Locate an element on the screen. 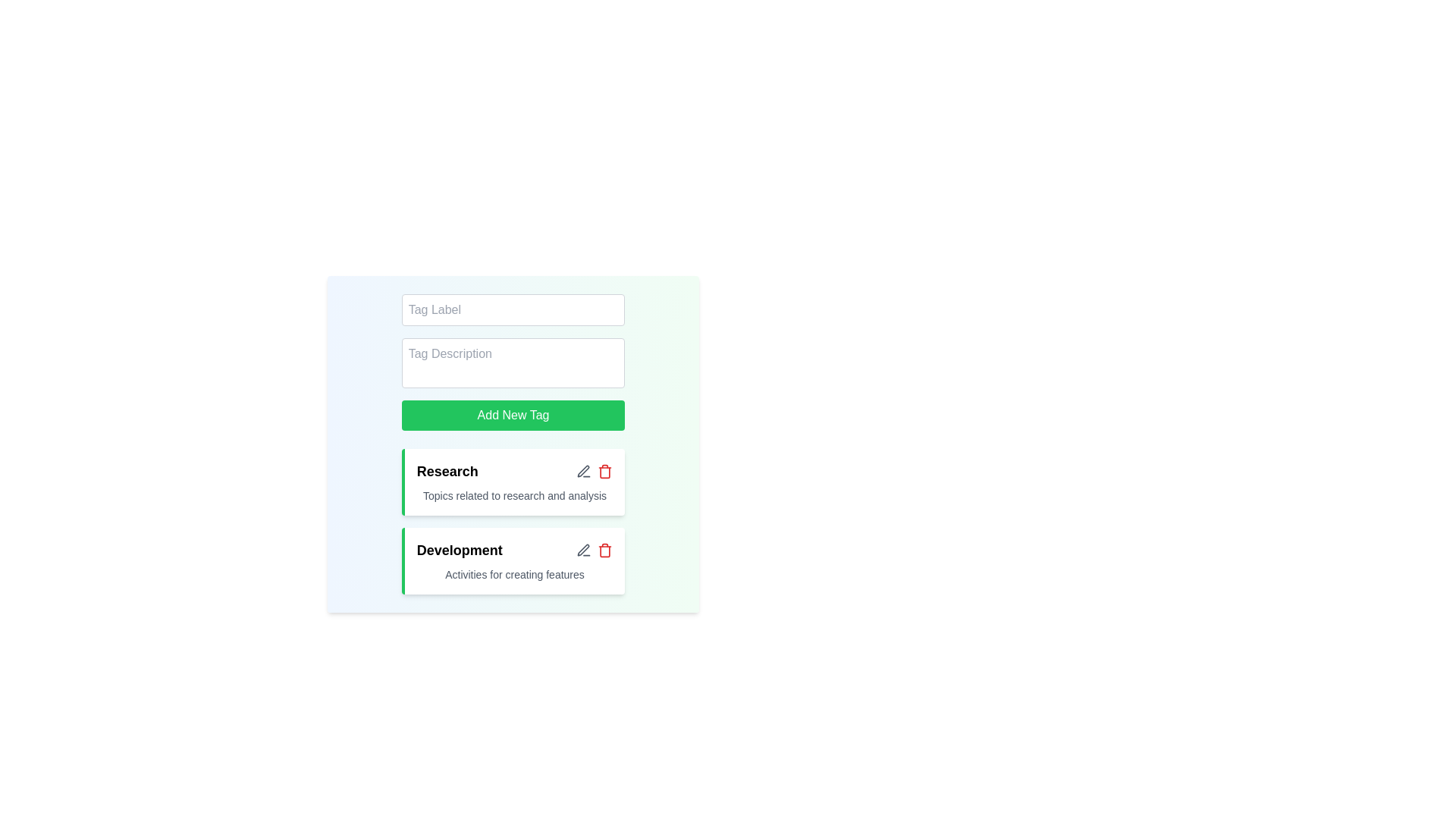  the title 'Development' in the Information panel is located at coordinates (513, 561).